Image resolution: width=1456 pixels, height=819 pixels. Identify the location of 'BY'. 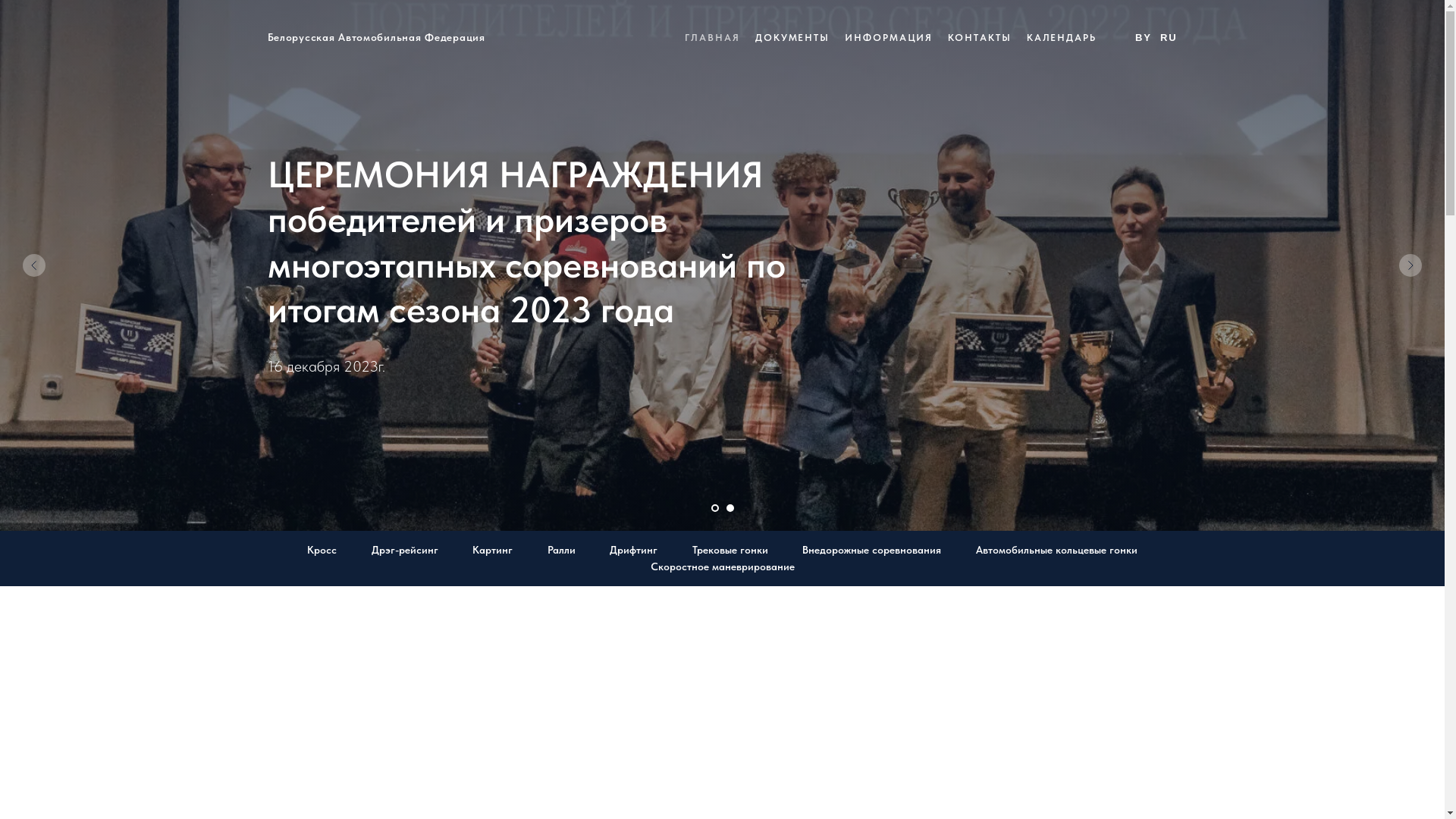
(1143, 36).